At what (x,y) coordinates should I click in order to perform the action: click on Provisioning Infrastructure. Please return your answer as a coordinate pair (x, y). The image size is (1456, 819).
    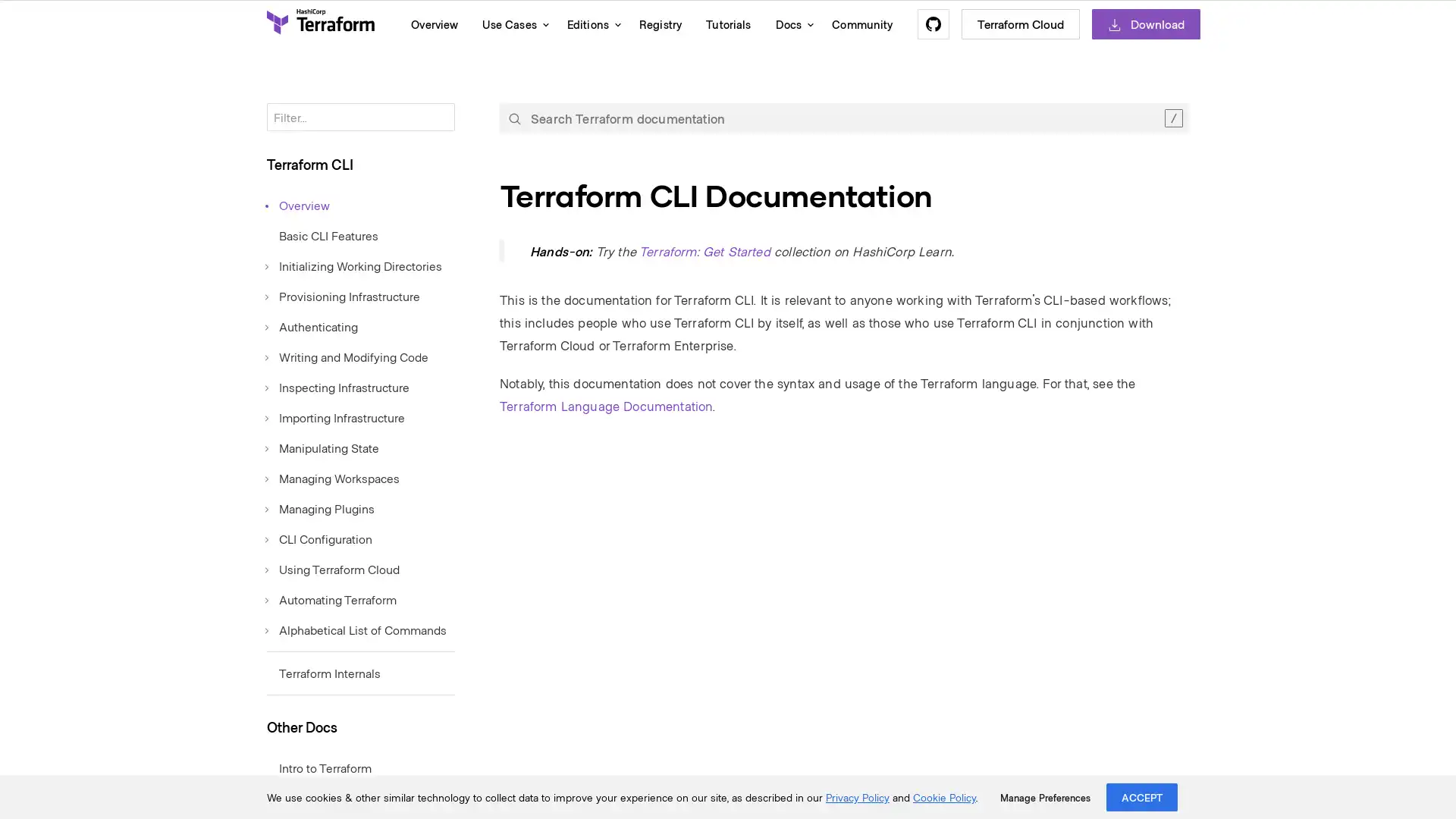
    Looking at the image, I should click on (342, 295).